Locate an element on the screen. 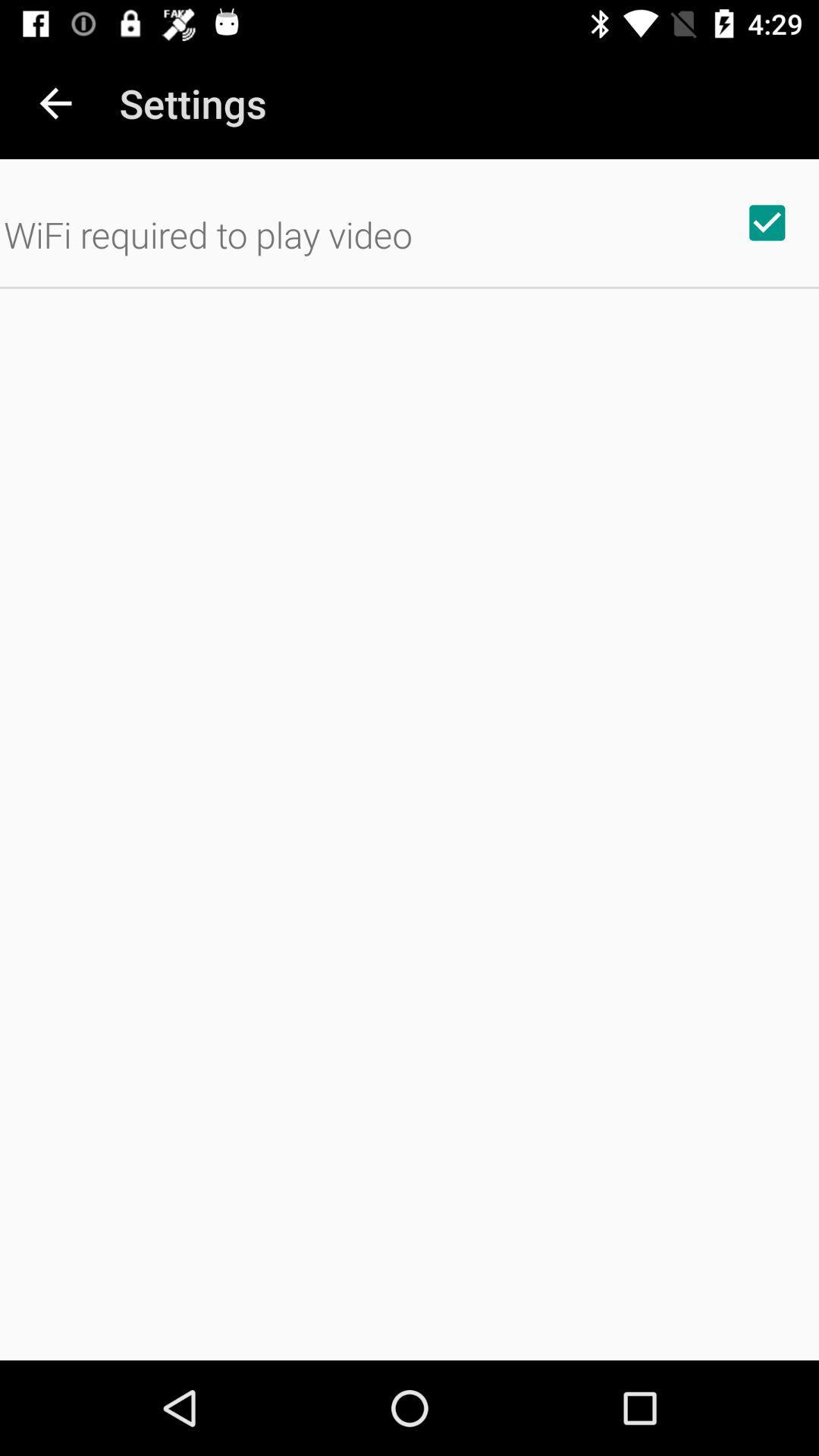 Image resolution: width=819 pixels, height=1456 pixels. icon to the left of the settings app is located at coordinates (55, 102).